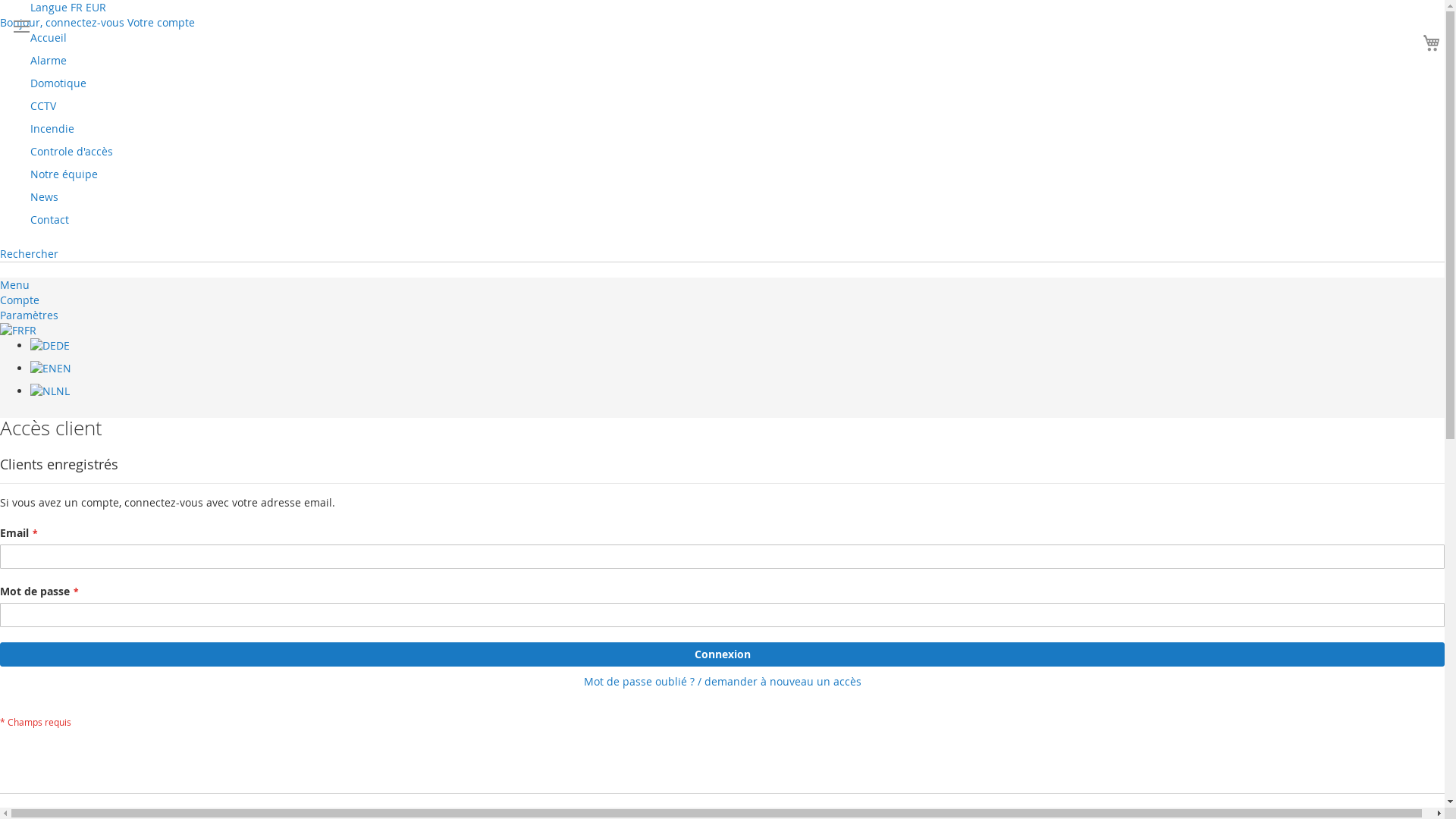 The image size is (1456, 819). I want to click on 'Langue FR EUR', so click(67, 7).